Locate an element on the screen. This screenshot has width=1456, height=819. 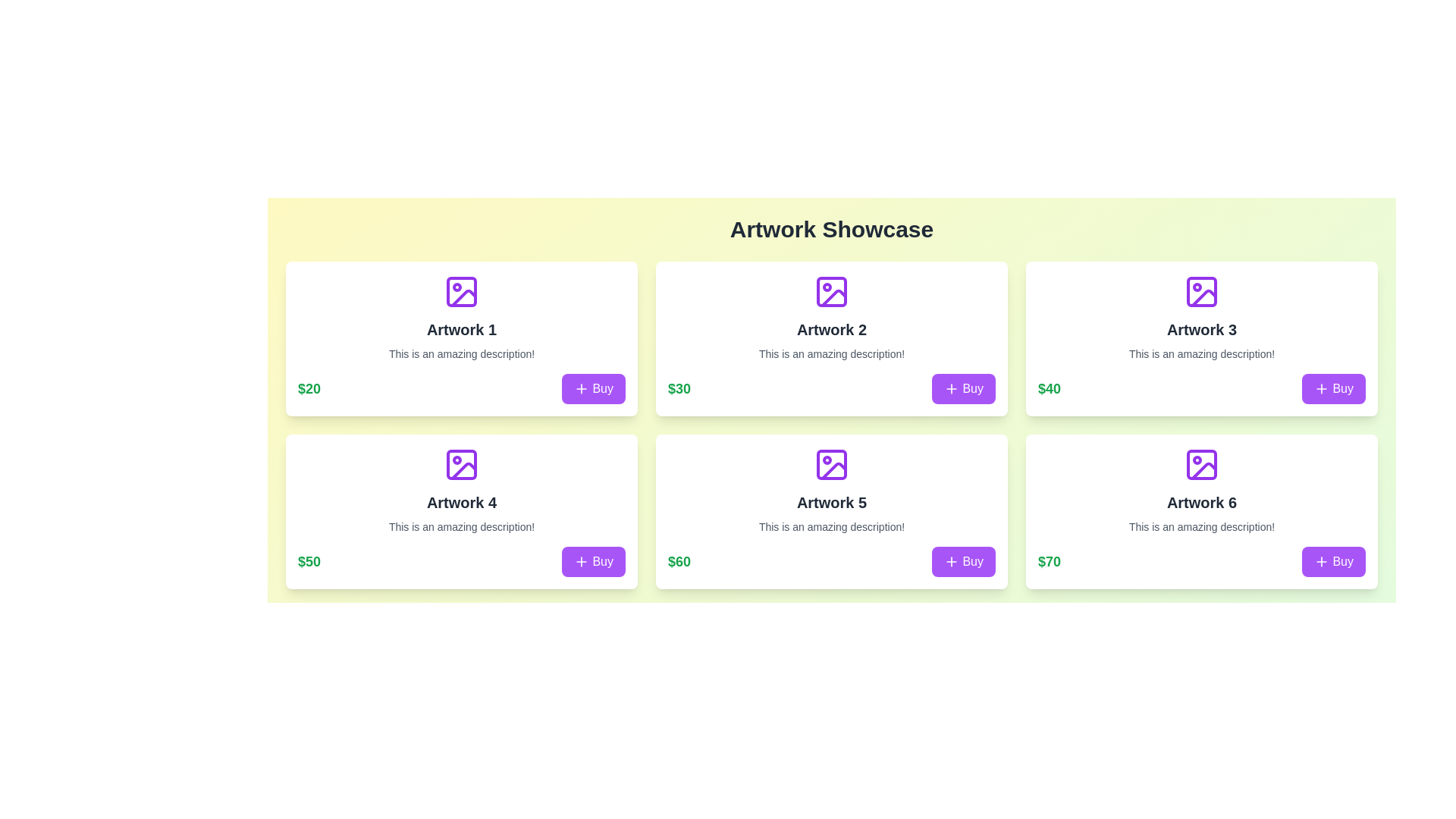
static text that says 'This is an amazing description!' located in the bottom right corner of the card for 'Artwork 6', positioned between the title and the price is located at coordinates (1200, 526).